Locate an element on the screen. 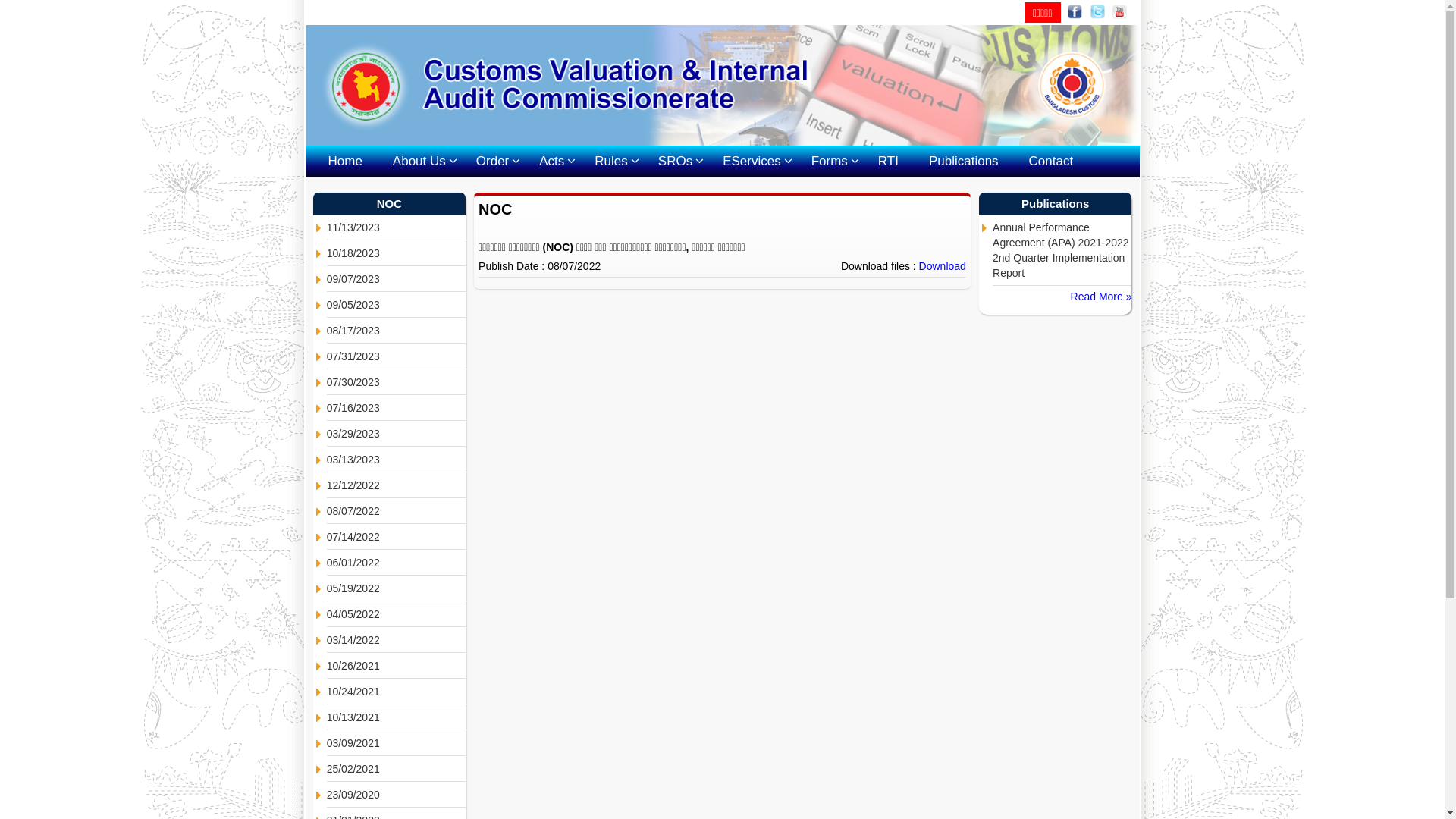 The image size is (1456, 819). '03/09/2021' is located at coordinates (326, 742).